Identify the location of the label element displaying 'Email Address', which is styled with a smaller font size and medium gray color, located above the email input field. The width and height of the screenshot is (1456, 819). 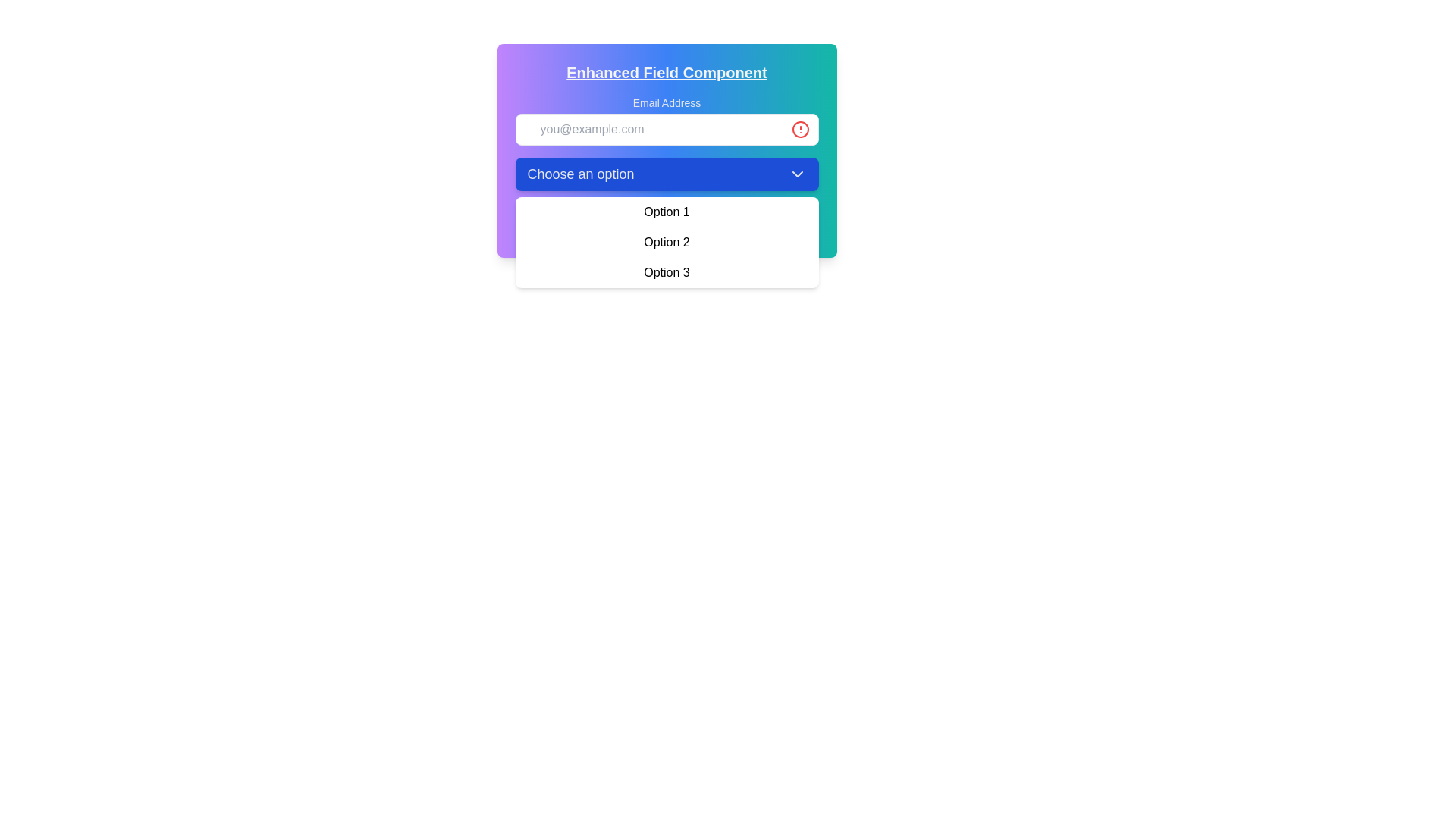
(667, 119).